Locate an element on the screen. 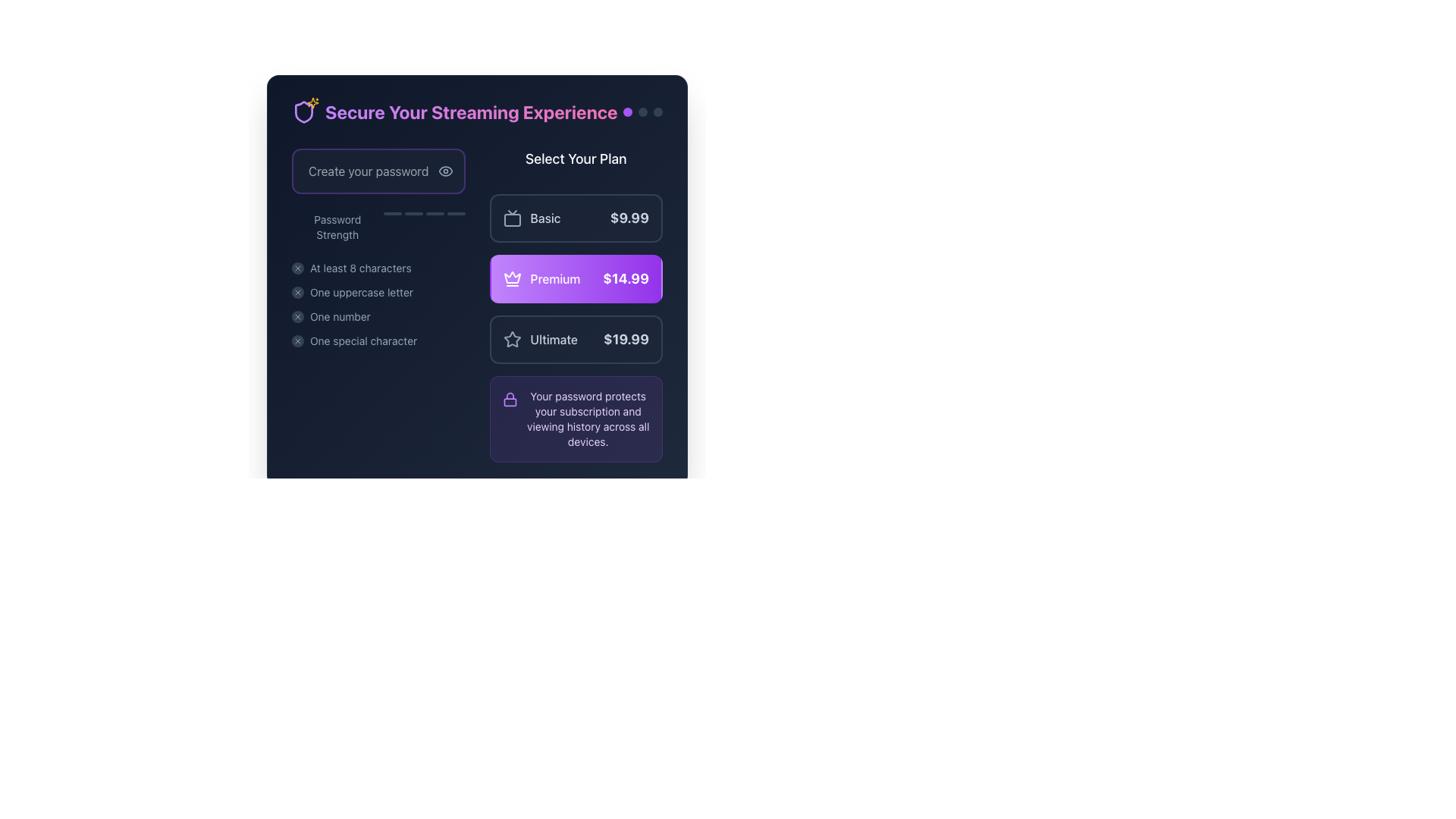 The image size is (1456, 819). the first decorative visual indicator of the password strength meter, which represents weak password strength and is located directly under the 'Password Strength' label is located at coordinates (392, 213).